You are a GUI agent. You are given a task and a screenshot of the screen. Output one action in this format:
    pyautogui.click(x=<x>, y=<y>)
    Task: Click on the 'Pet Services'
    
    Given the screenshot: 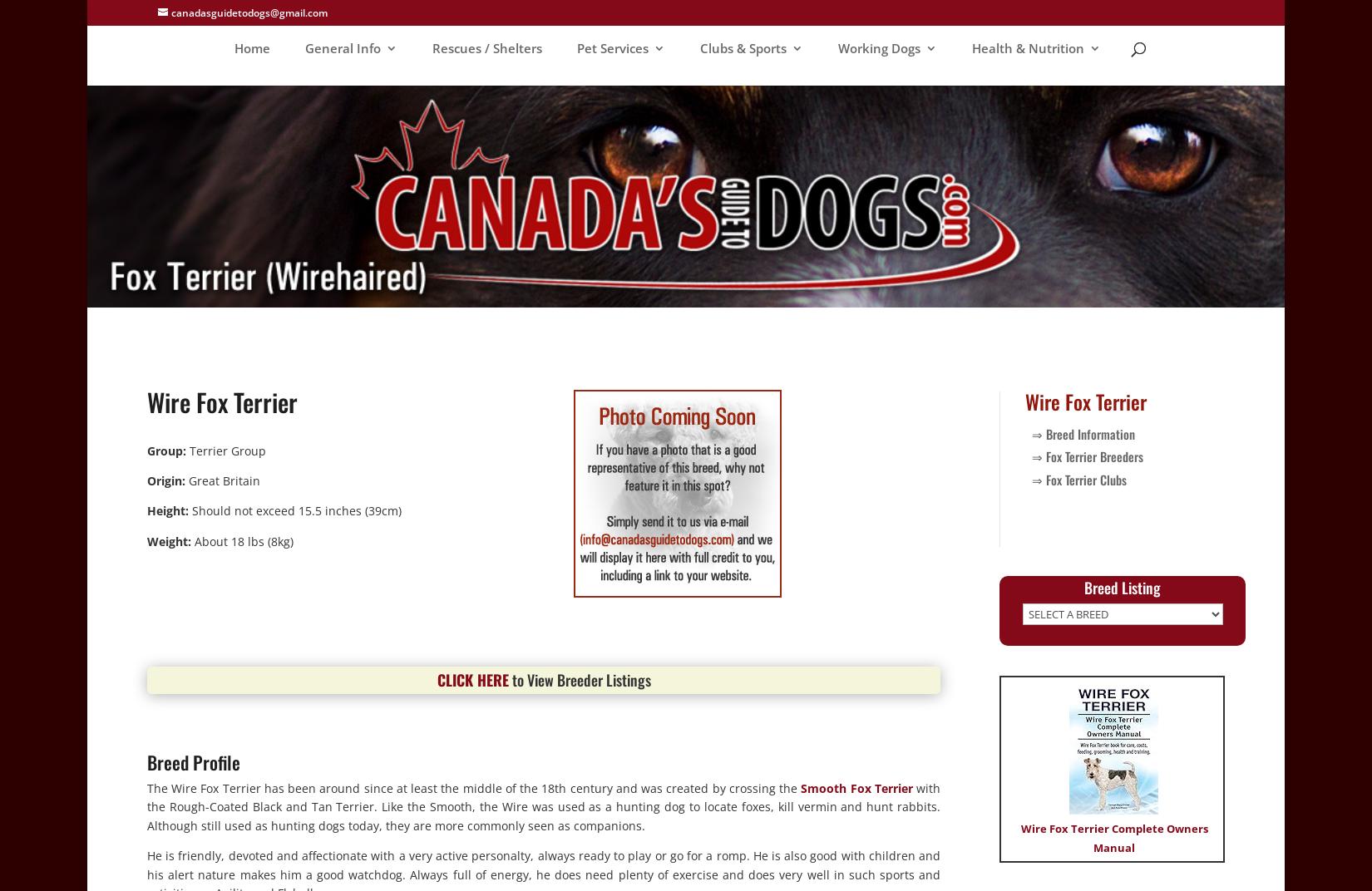 What is the action you would take?
    pyautogui.click(x=612, y=47)
    